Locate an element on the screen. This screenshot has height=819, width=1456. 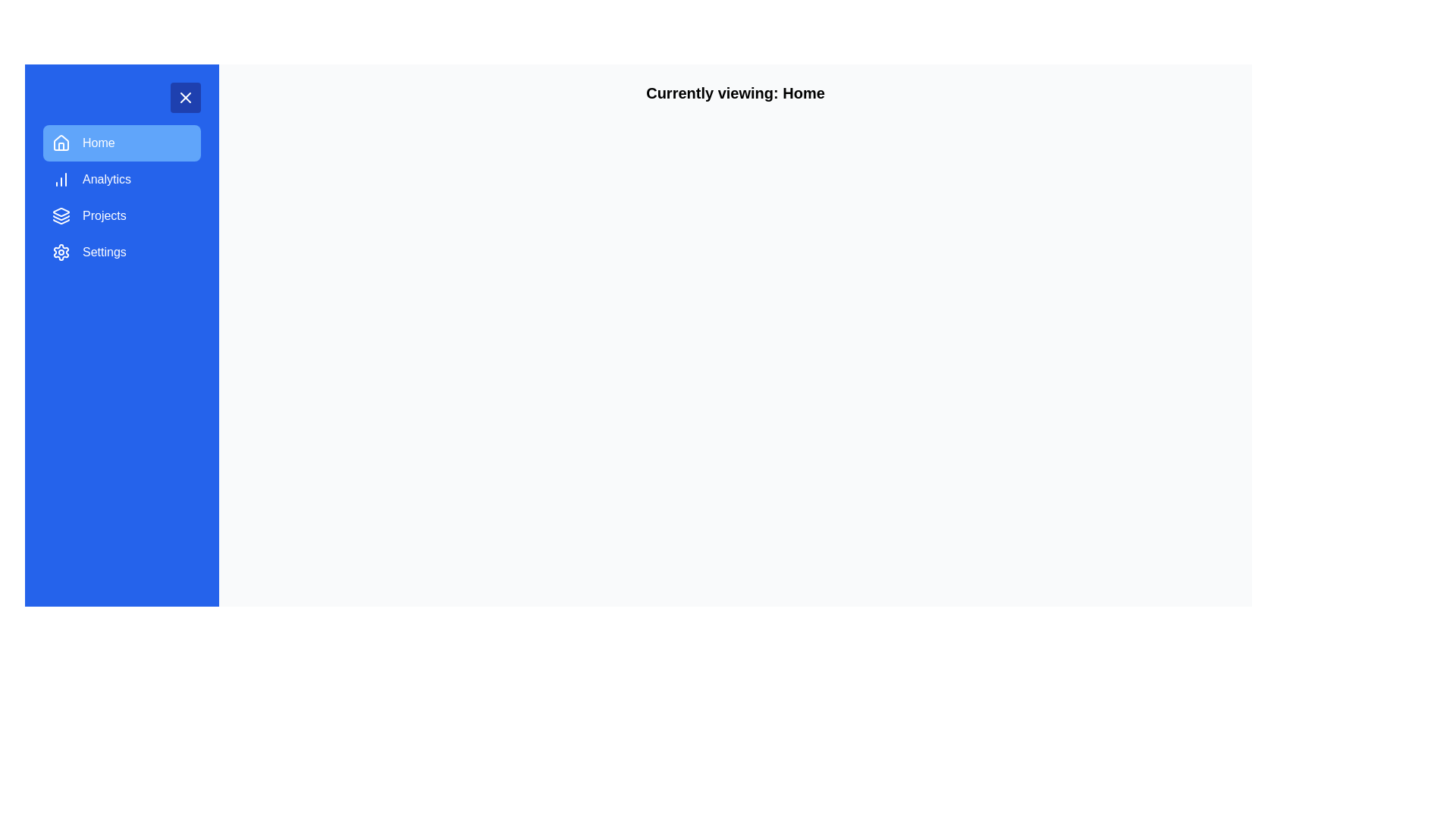
the second topmost menu item labeled 'Analytics' in the vertical navigation menu on the left sidebar is located at coordinates (122, 197).